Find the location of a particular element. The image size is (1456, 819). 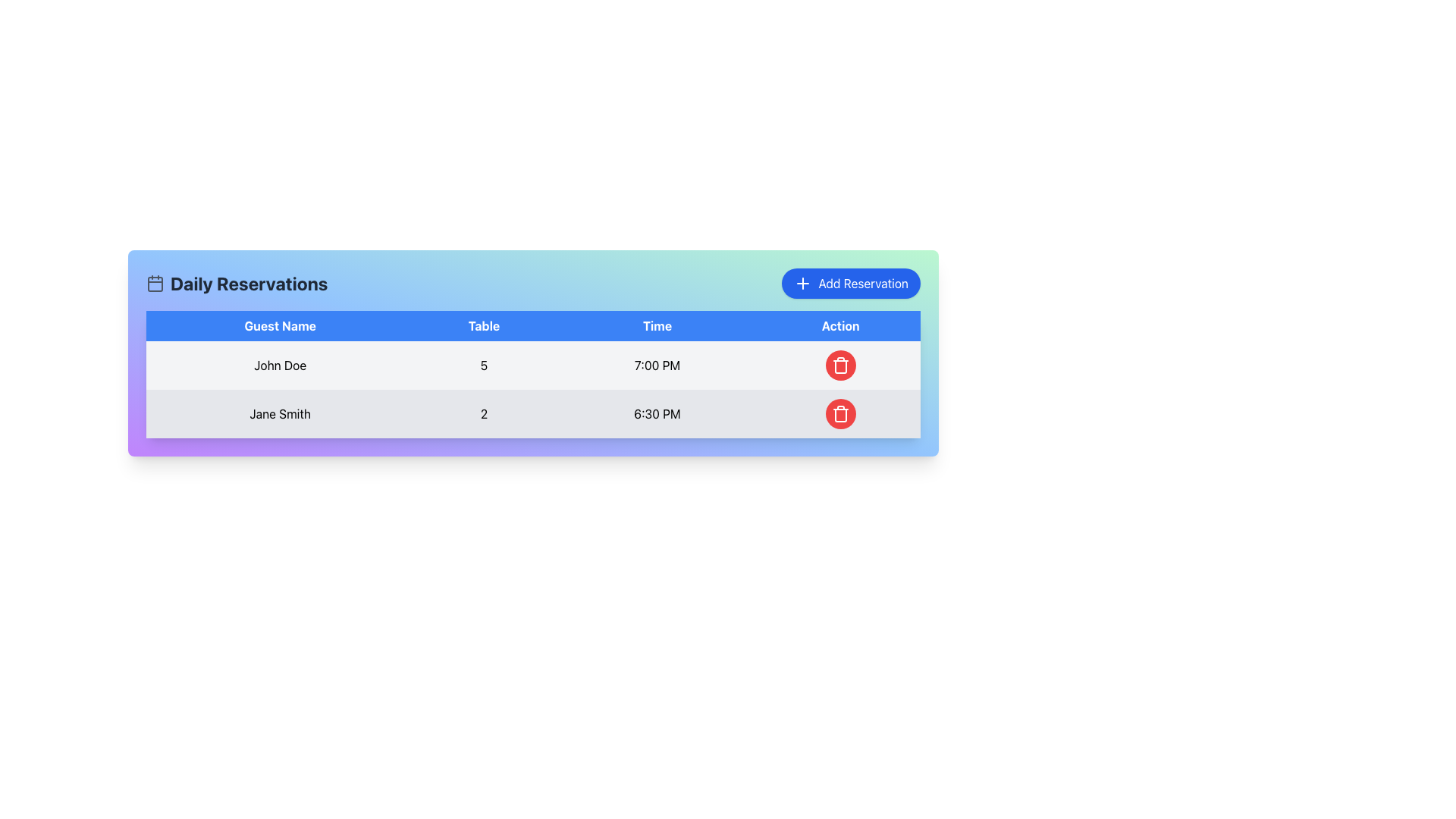

the 'Add Reservation' button located at the top-right corner of the 'Daily Reservations' interface, which has a bold blue background and white text is located at coordinates (851, 284).